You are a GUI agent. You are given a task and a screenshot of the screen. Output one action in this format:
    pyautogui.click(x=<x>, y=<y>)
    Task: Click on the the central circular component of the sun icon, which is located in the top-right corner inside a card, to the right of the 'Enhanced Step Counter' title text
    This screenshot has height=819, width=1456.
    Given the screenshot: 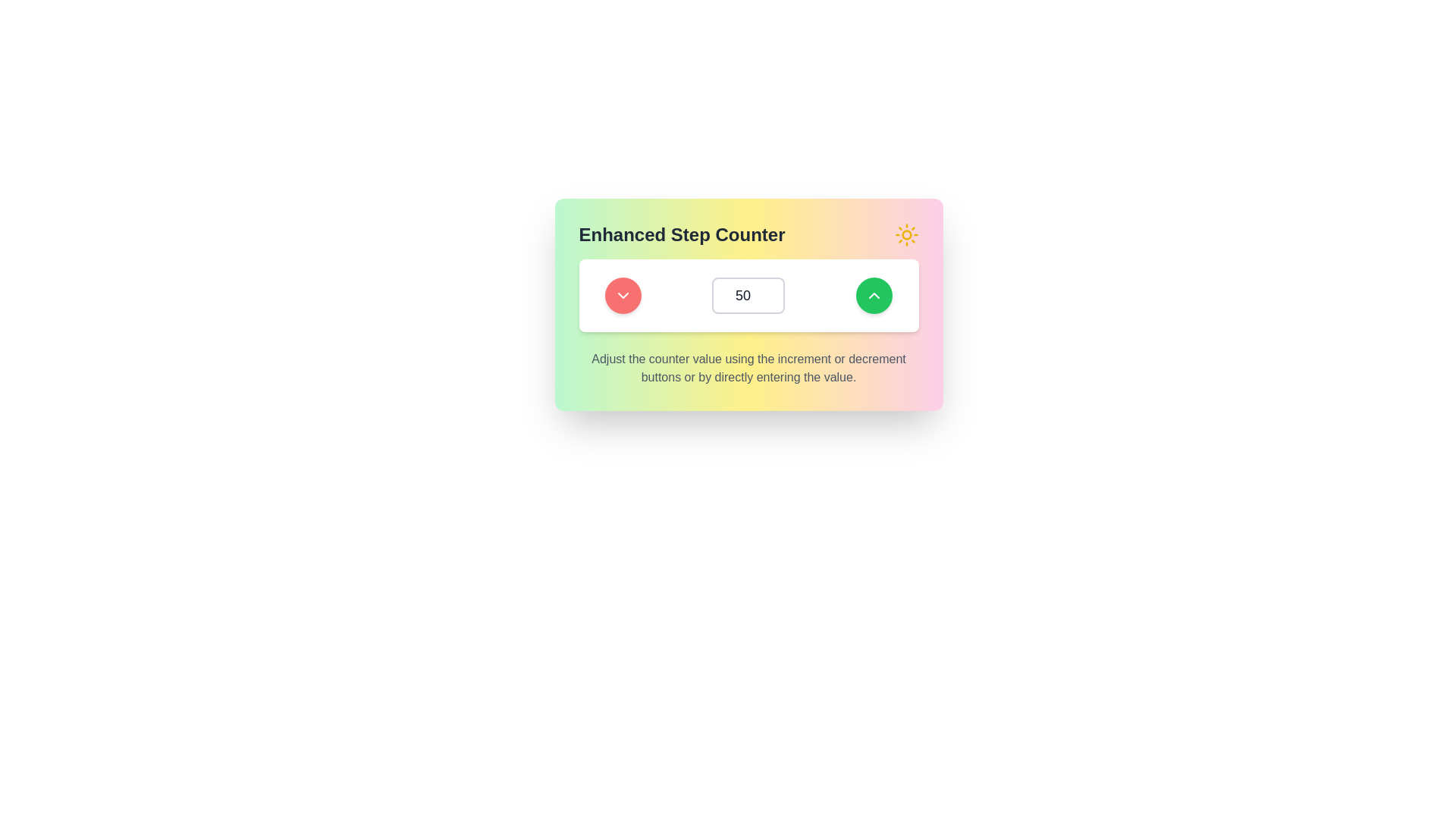 What is the action you would take?
    pyautogui.click(x=906, y=234)
    